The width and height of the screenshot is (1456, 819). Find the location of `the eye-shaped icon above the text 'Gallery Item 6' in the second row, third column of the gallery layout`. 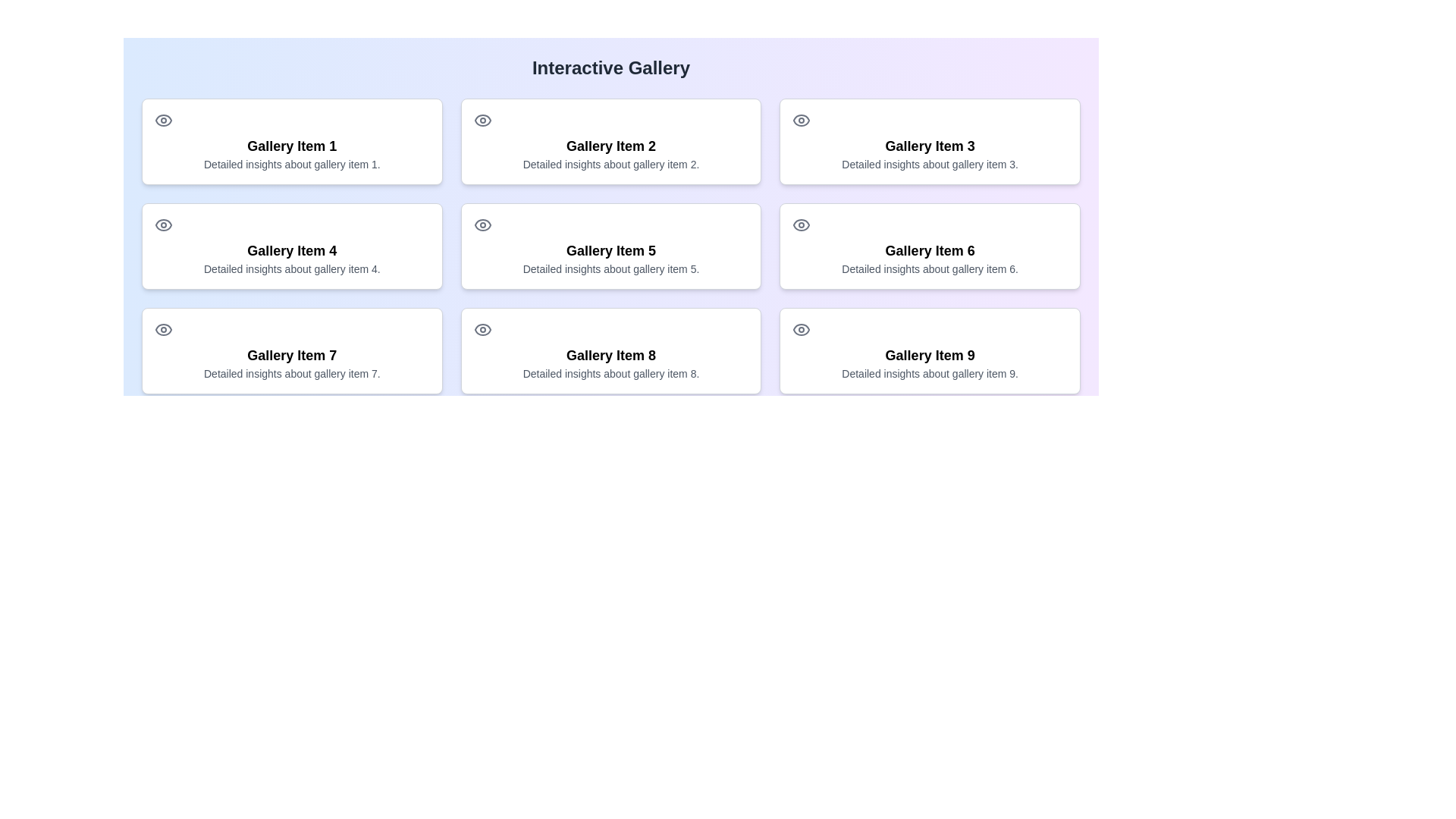

the eye-shaped icon above the text 'Gallery Item 6' in the second row, third column of the gallery layout is located at coordinates (801, 225).